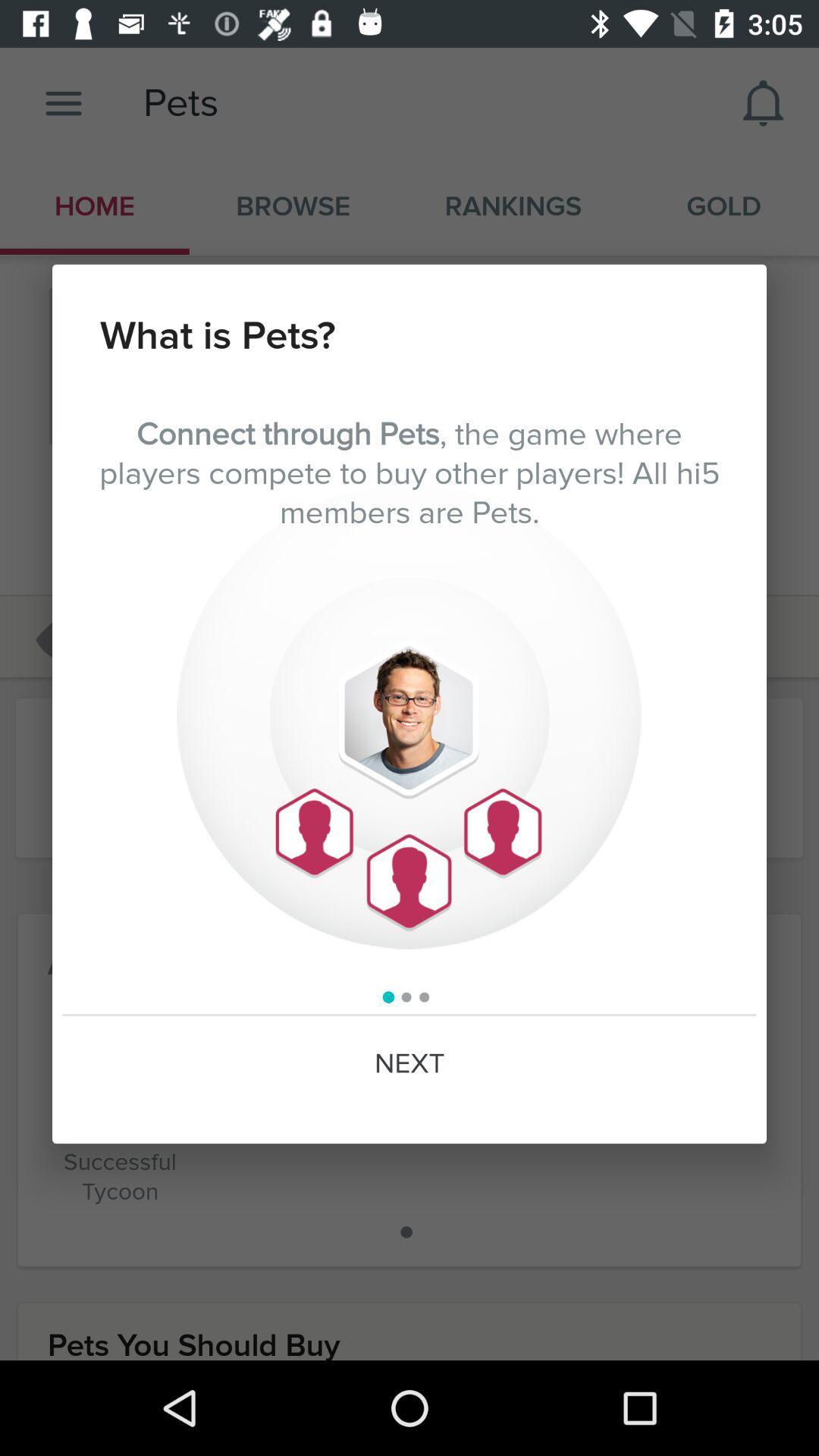  What do you see at coordinates (409, 1063) in the screenshot?
I see `next` at bounding box center [409, 1063].